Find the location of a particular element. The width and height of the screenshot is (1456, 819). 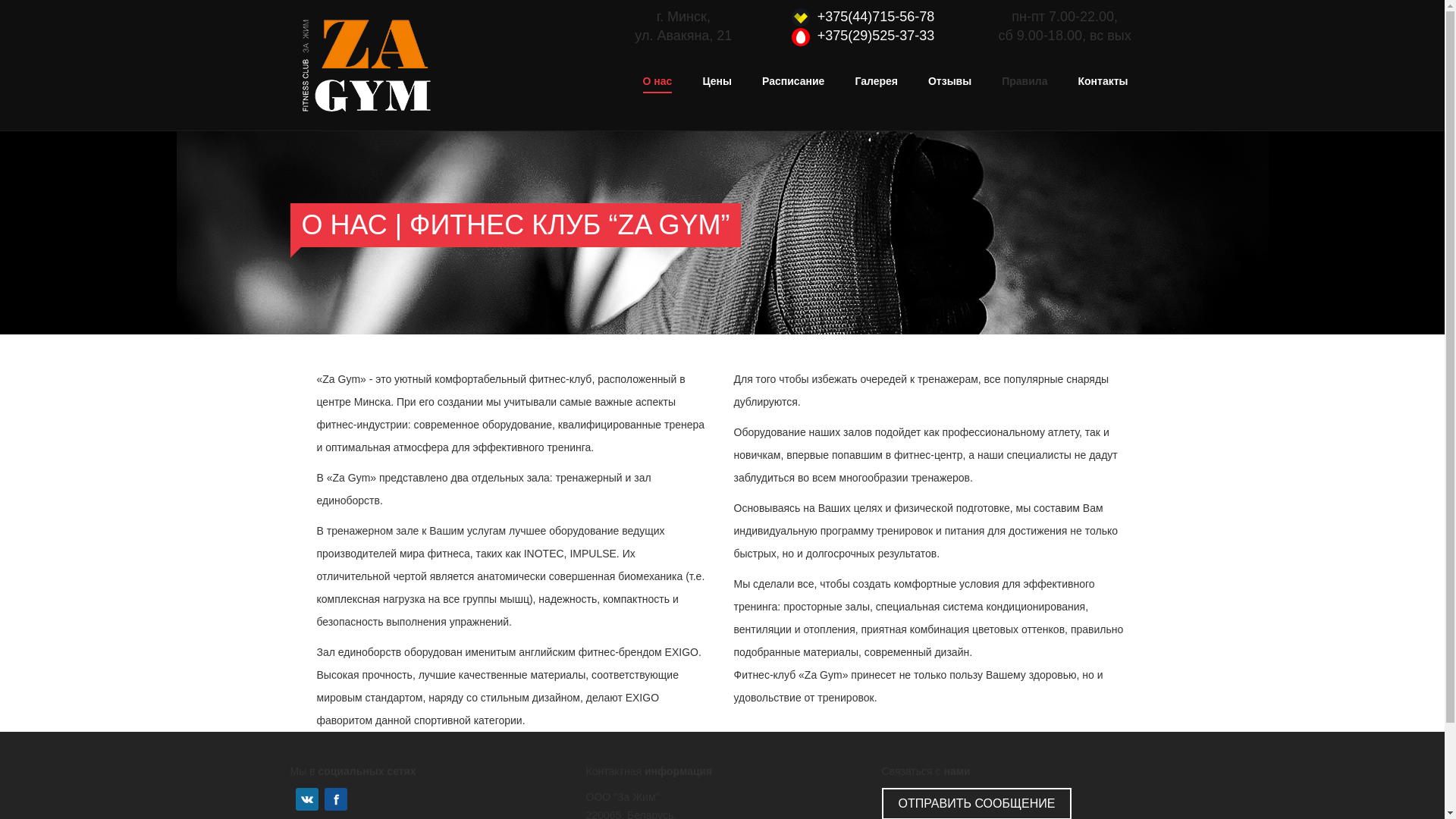

'+375(44)715-56-78' is located at coordinates (876, 17).